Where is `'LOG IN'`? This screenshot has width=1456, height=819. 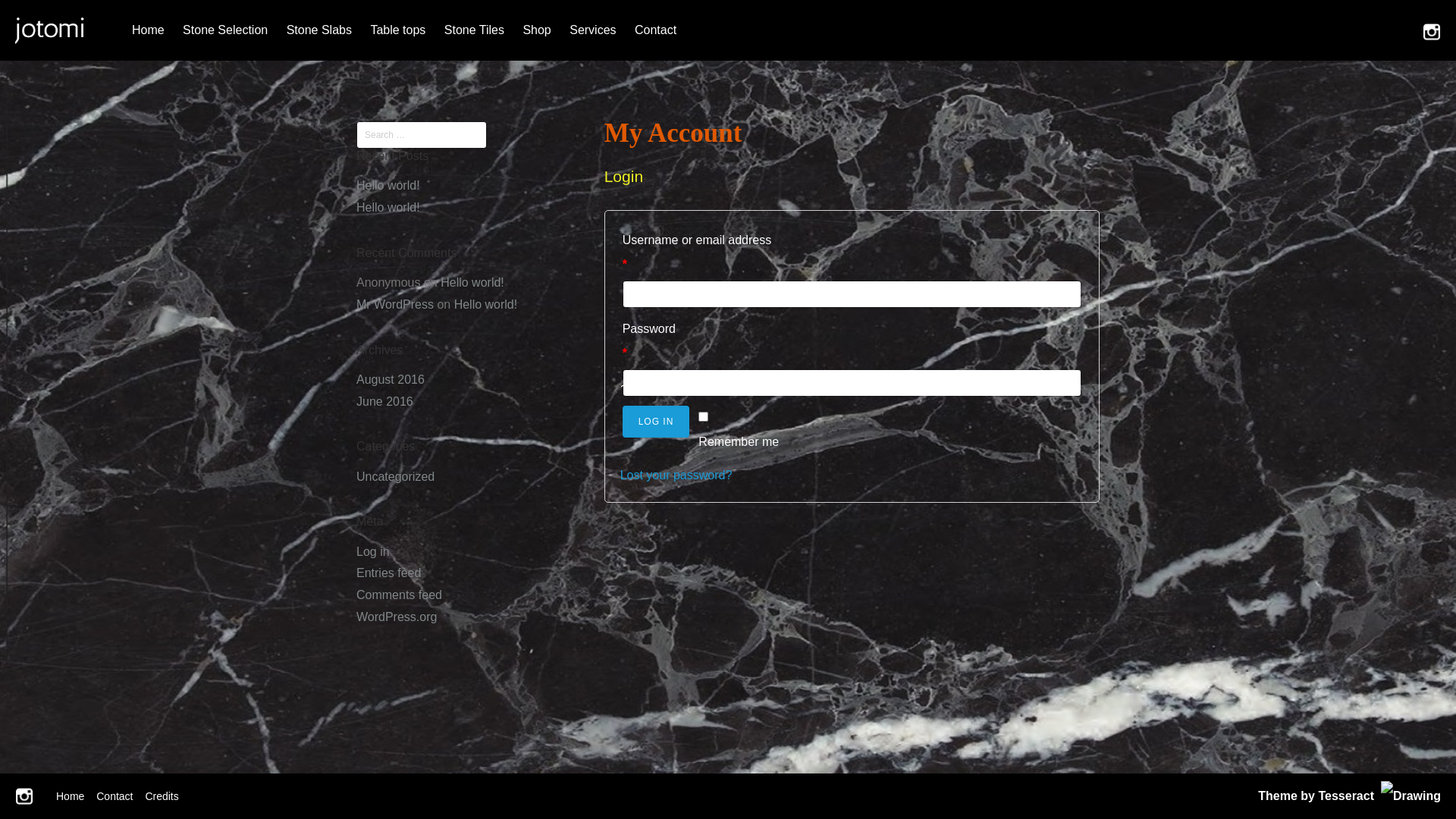 'LOG IN' is located at coordinates (656, 421).